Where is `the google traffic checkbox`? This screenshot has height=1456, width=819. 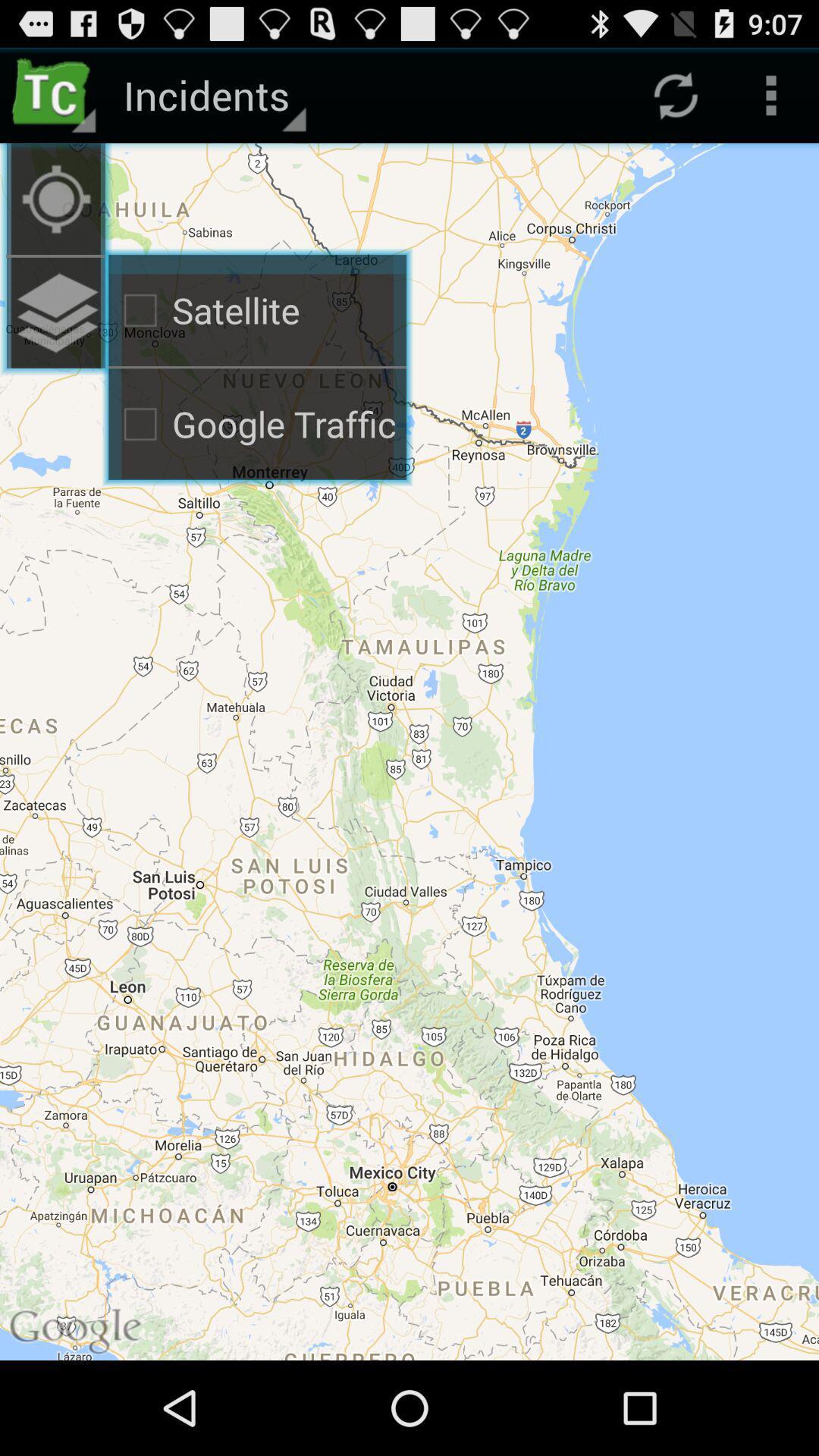
the google traffic checkbox is located at coordinates (256, 424).